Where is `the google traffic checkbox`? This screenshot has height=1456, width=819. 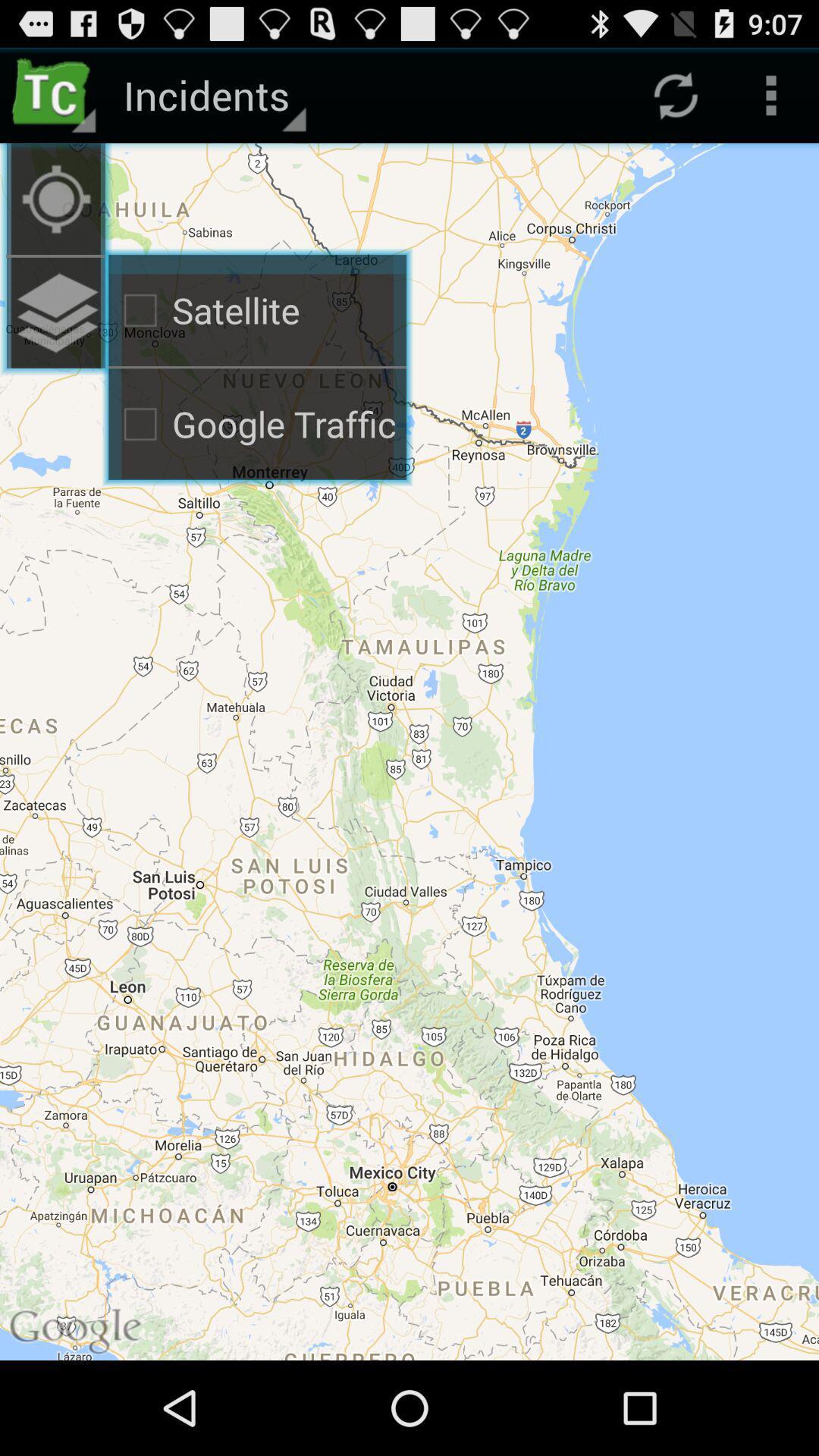
the google traffic checkbox is located at coordinates (256, 424).